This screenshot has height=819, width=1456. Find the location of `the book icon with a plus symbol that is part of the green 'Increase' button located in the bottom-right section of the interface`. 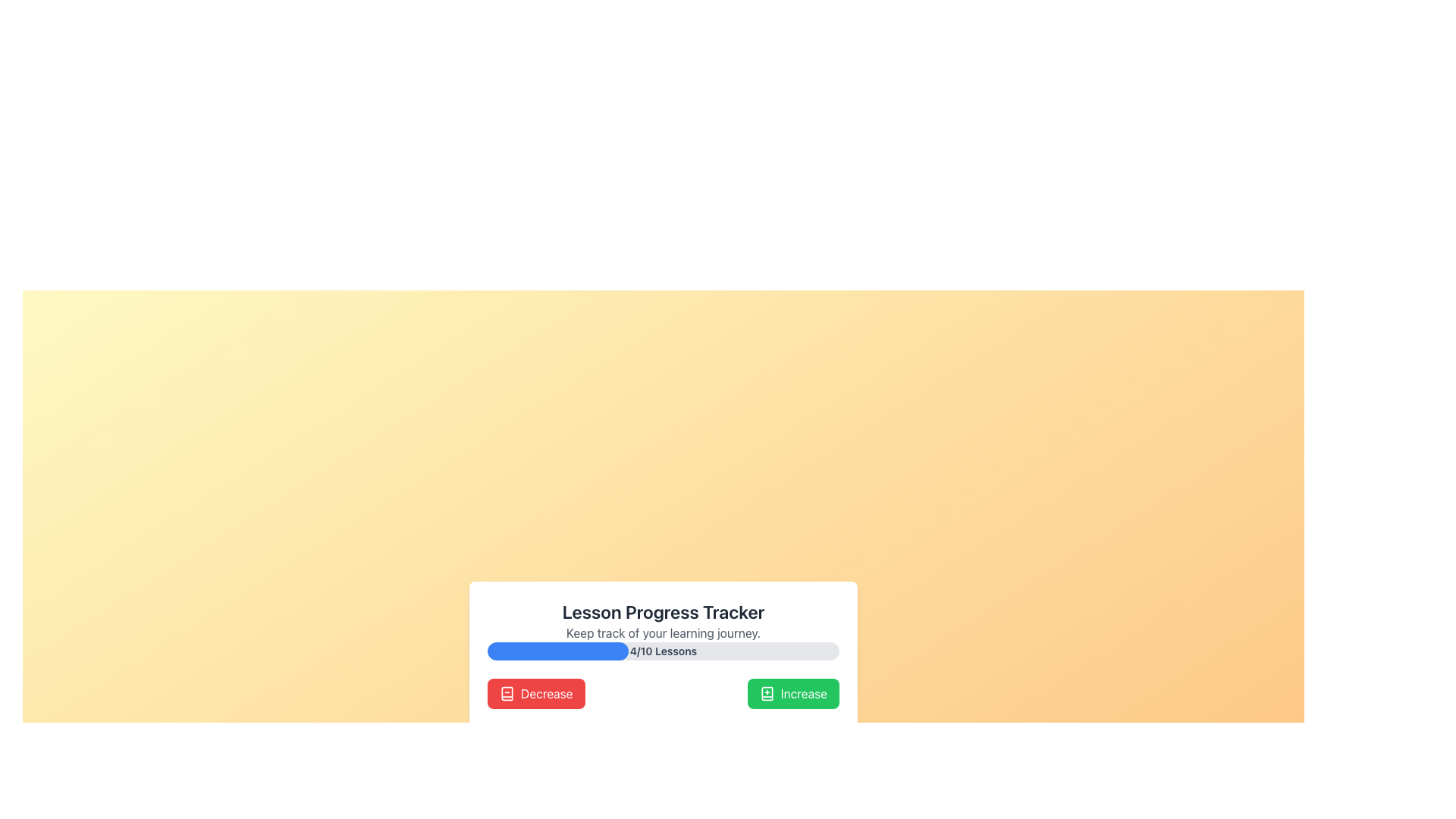

the book icon with a plus symbol that is part of the green 'Increase' button located in the bottom-right section of the interface is located at coordinates (767, 693).